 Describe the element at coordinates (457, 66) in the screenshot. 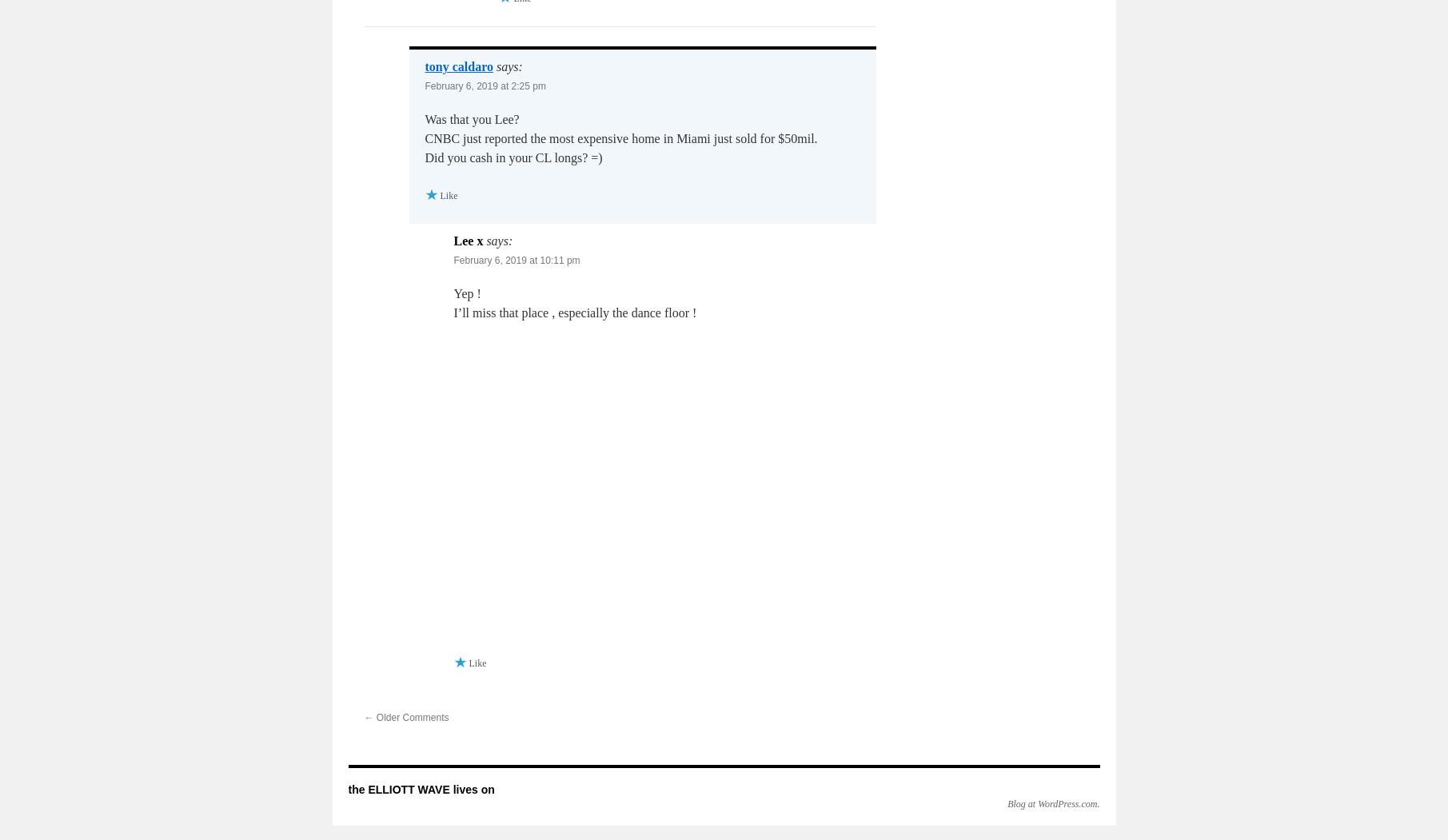

I see `'tony caldaro'` at that location.